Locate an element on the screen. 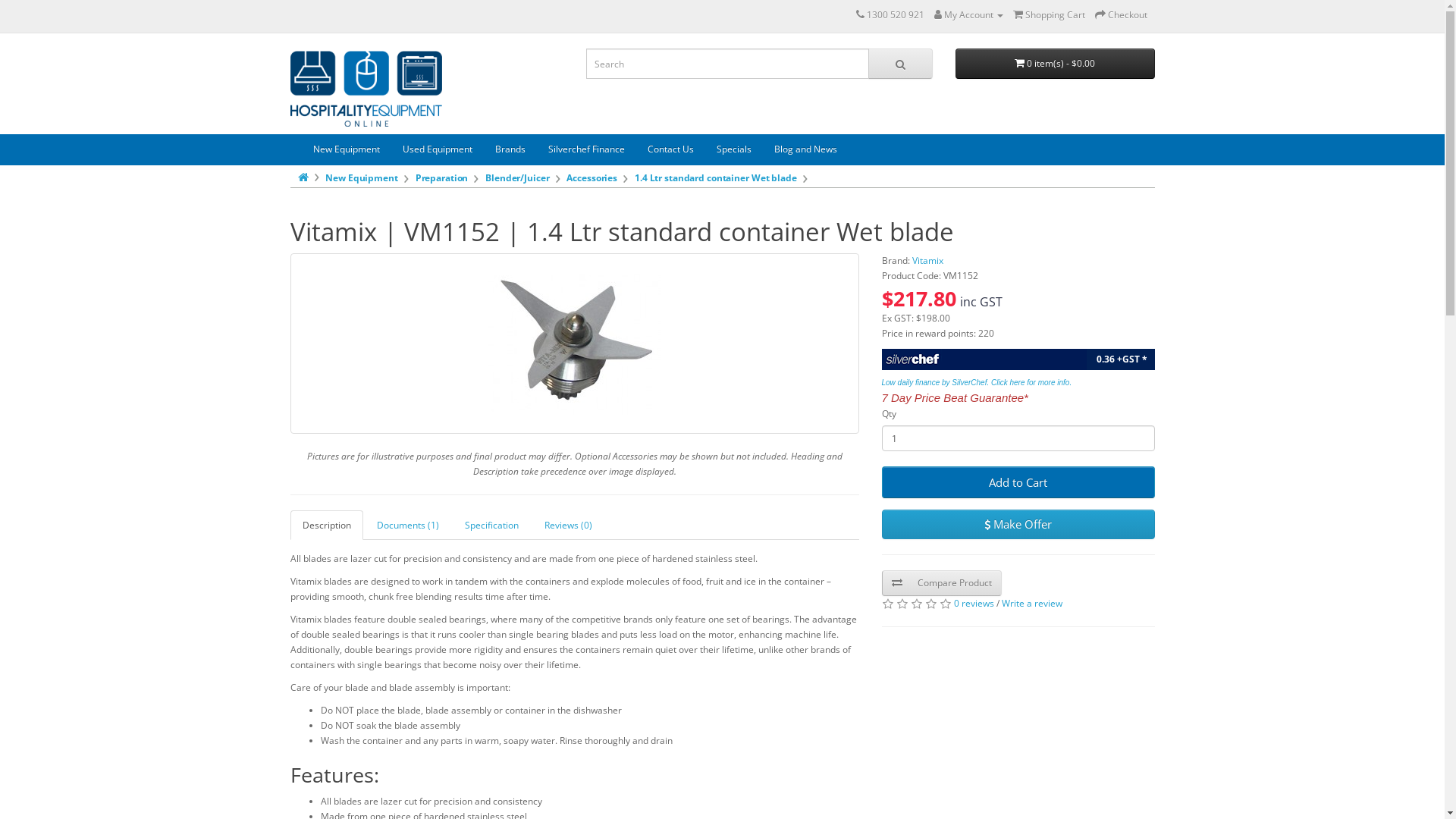 The image size is (1456, 819). '1.4 Ltr standard container Wet blade' is located at coordinates (715, 177).